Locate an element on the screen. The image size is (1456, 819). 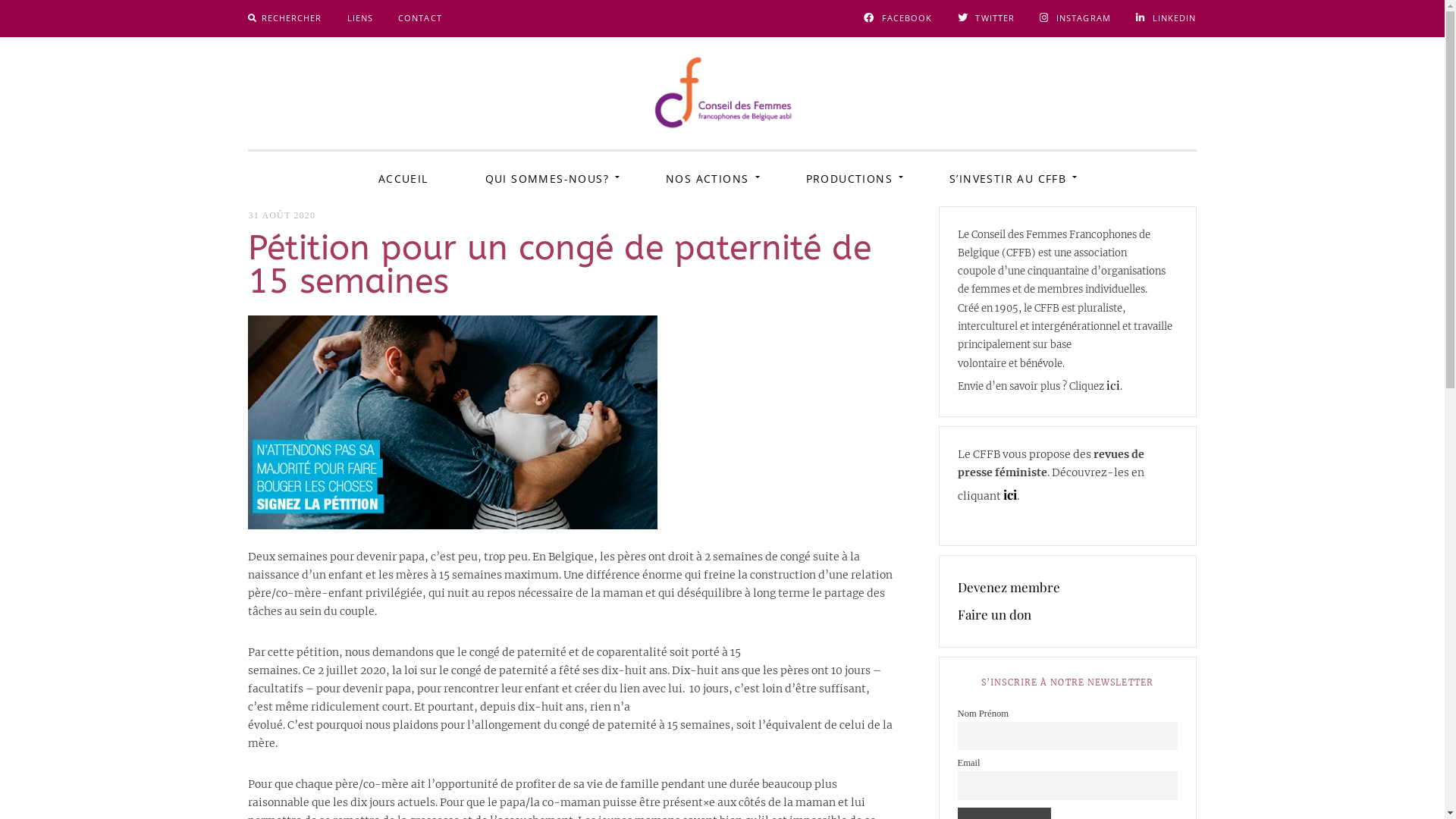
'ici' is located at coordinates (1010, 494).